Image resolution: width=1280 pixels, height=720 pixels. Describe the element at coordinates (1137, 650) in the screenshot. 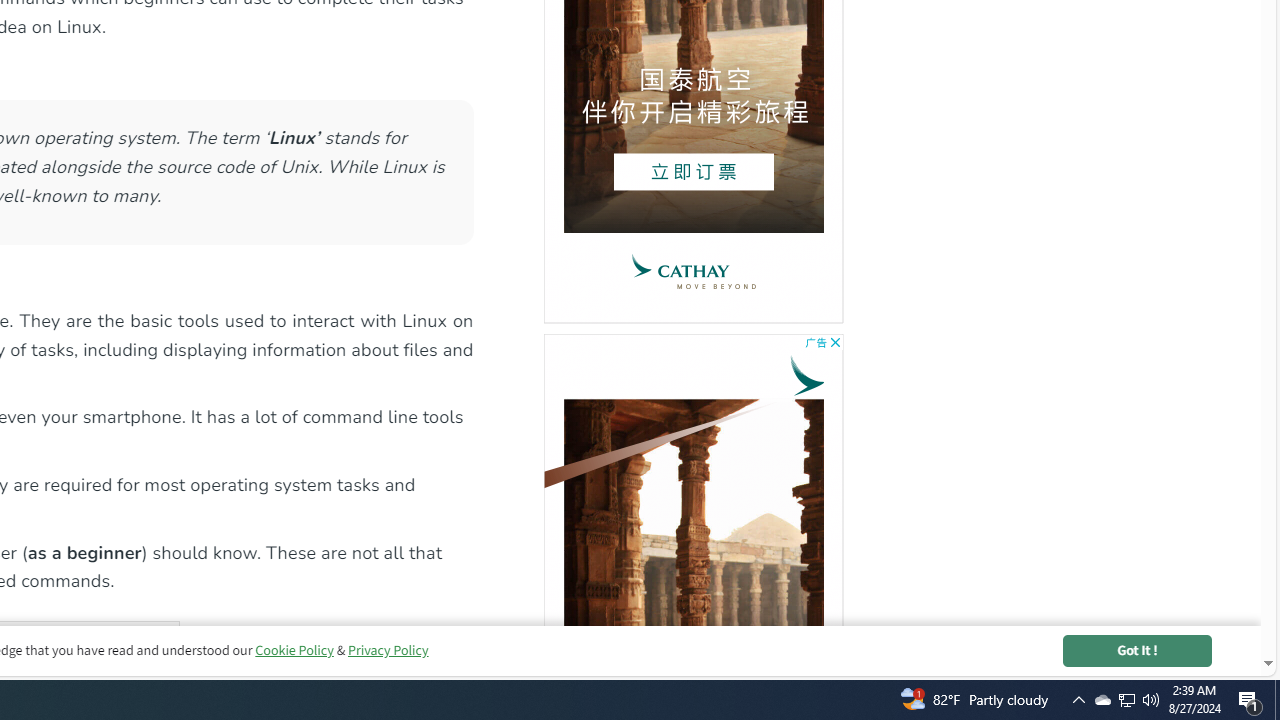

I see `'Got It !'` at that location.